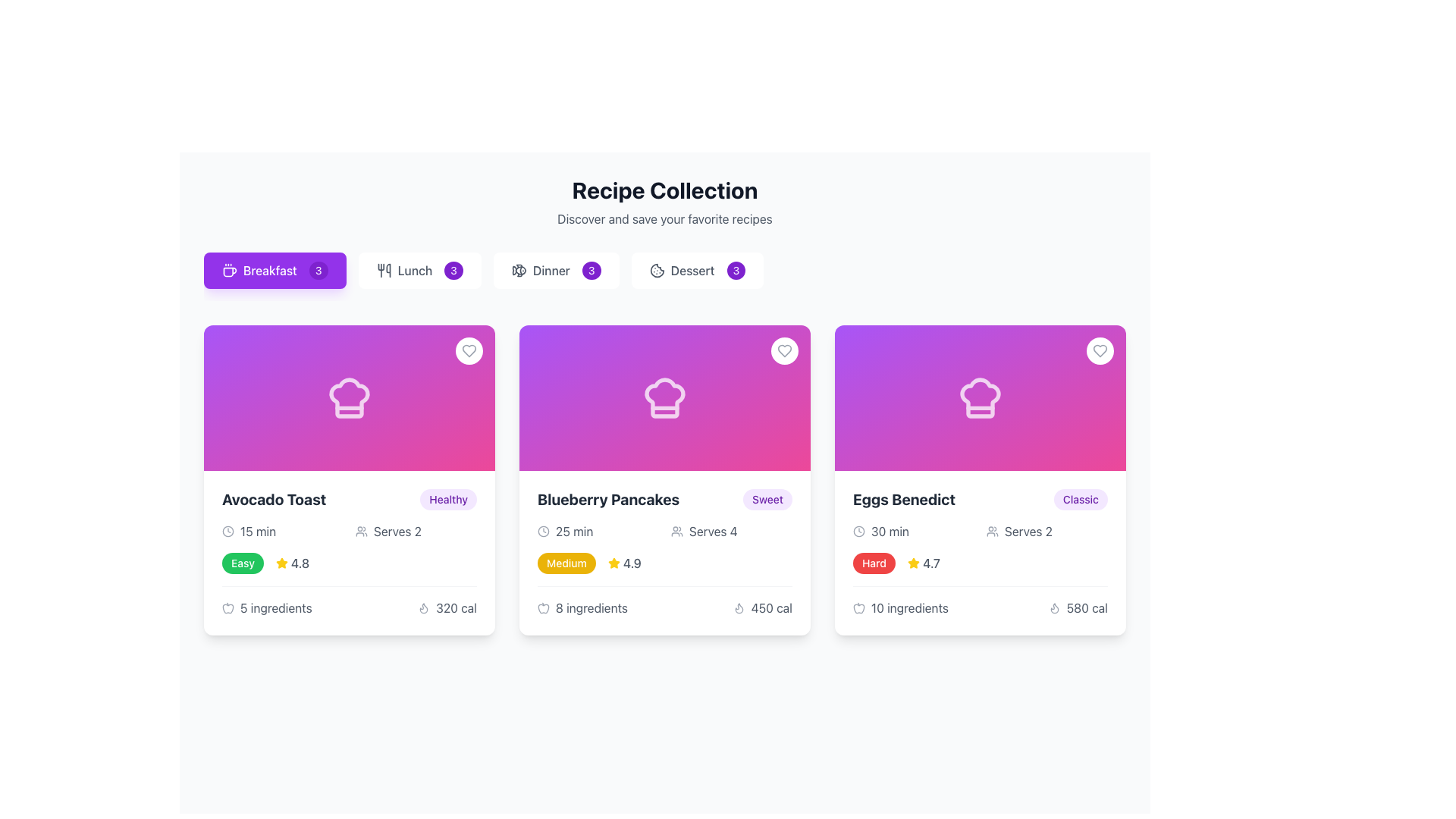 The height and width of the screenshot is (819, 1456). What do you see at coordinates (890, 531) in the screenshot?
I see `text label indicating the preparation time for the 'Eggs Benedict' recipe located in the lower-left corner of the recipe card` at bounding box center [890, 531].